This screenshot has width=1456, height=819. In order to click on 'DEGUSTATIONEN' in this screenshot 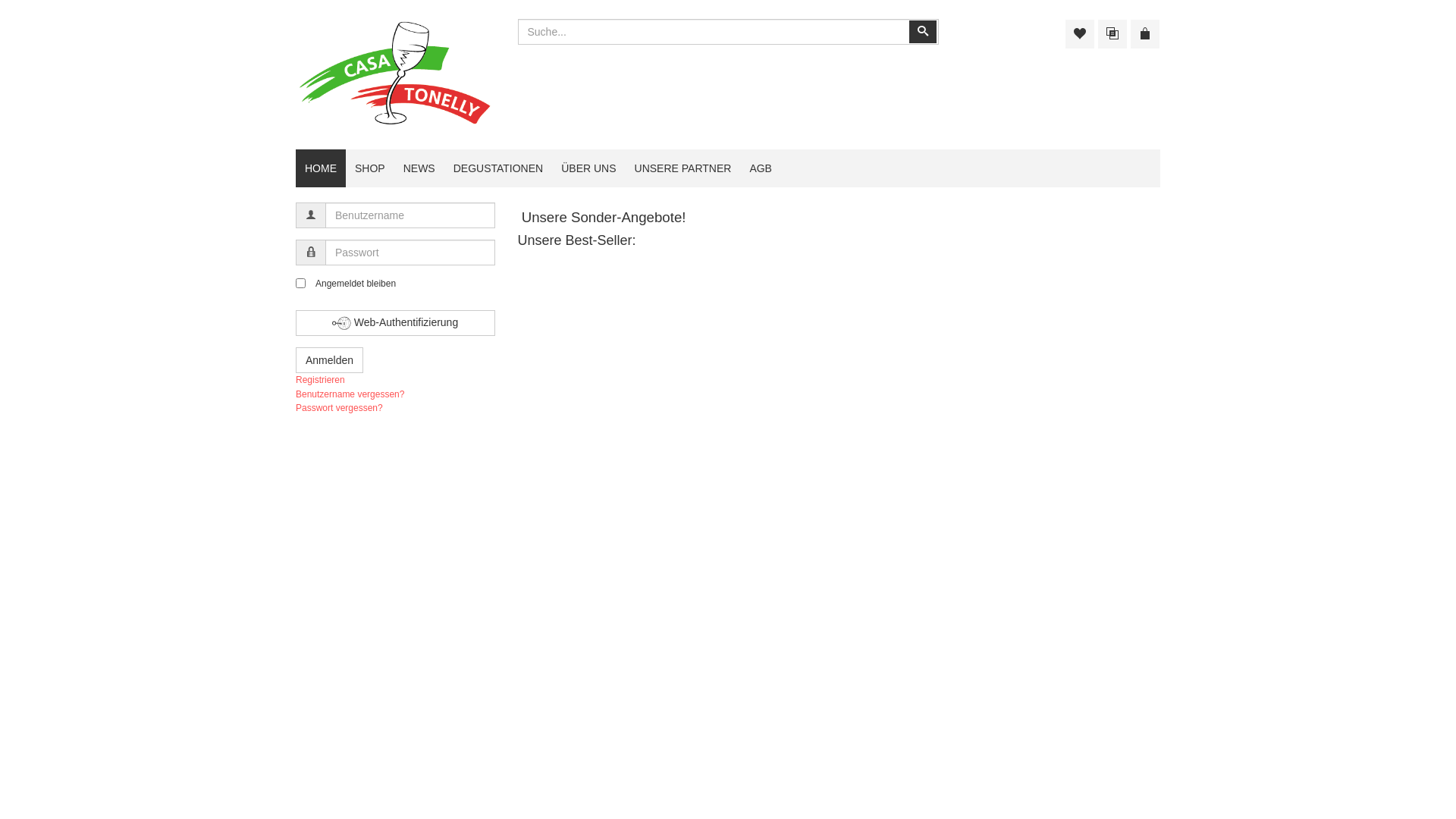, I will do `click(443, 168)`.